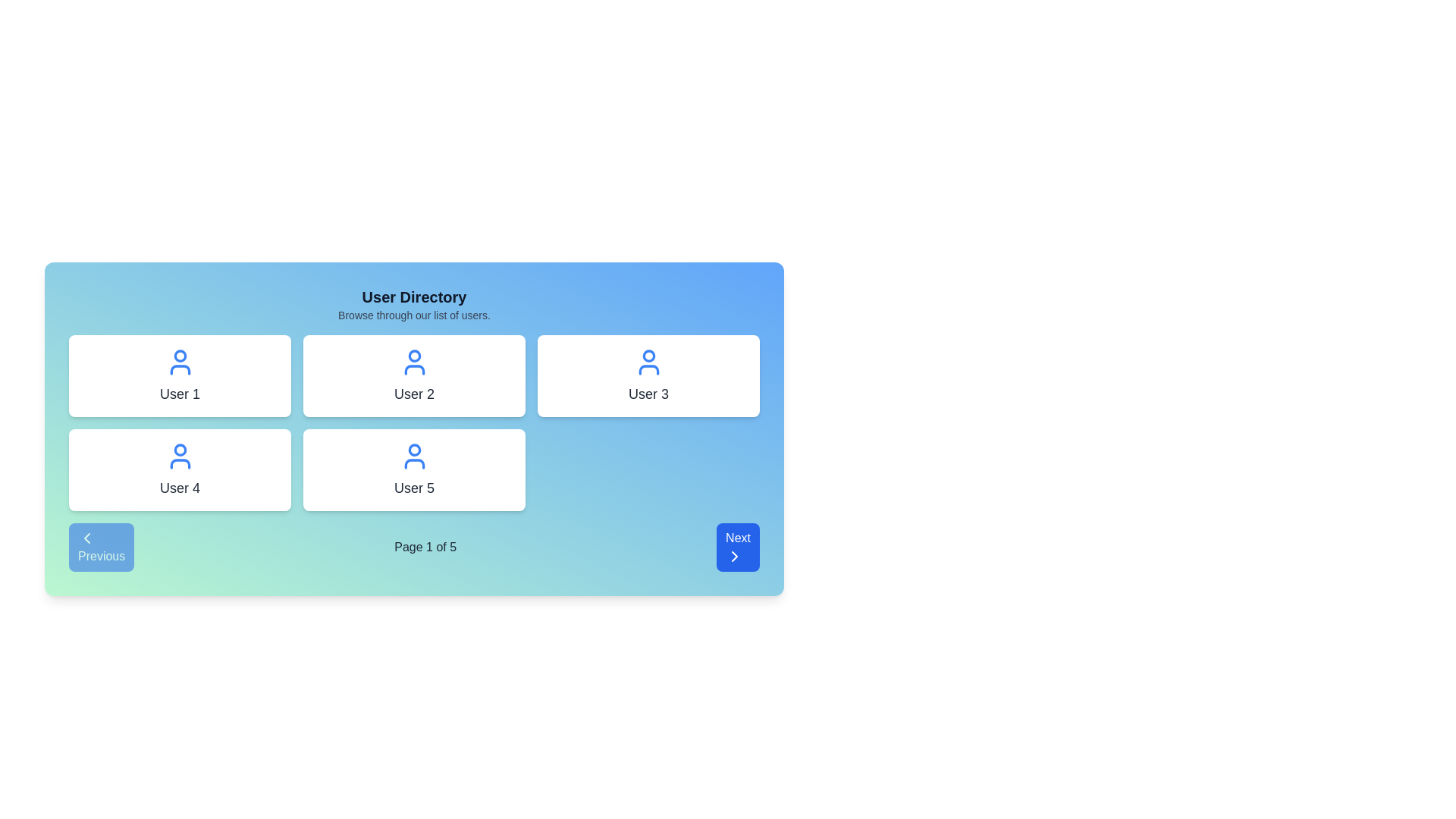 The height and width of the screenshot is (819, 1456). I want to click on the user icon represented by a circular SVG element with a blue outline, located in the 'User 3' card in the second row and third column of the interface grid, so click(648, 356).